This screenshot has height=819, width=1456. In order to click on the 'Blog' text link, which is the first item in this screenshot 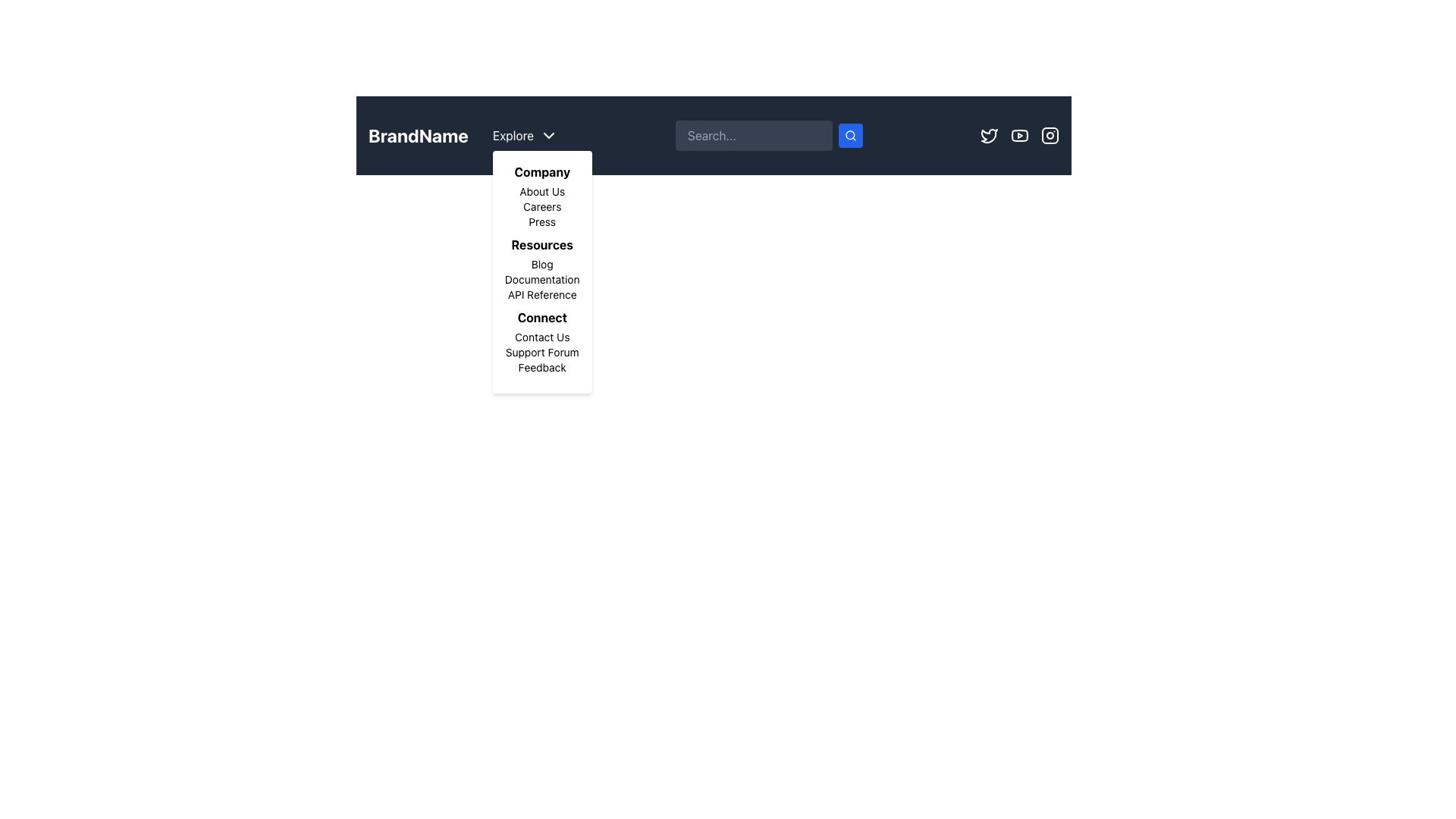, I will do `click(542, 263)`.